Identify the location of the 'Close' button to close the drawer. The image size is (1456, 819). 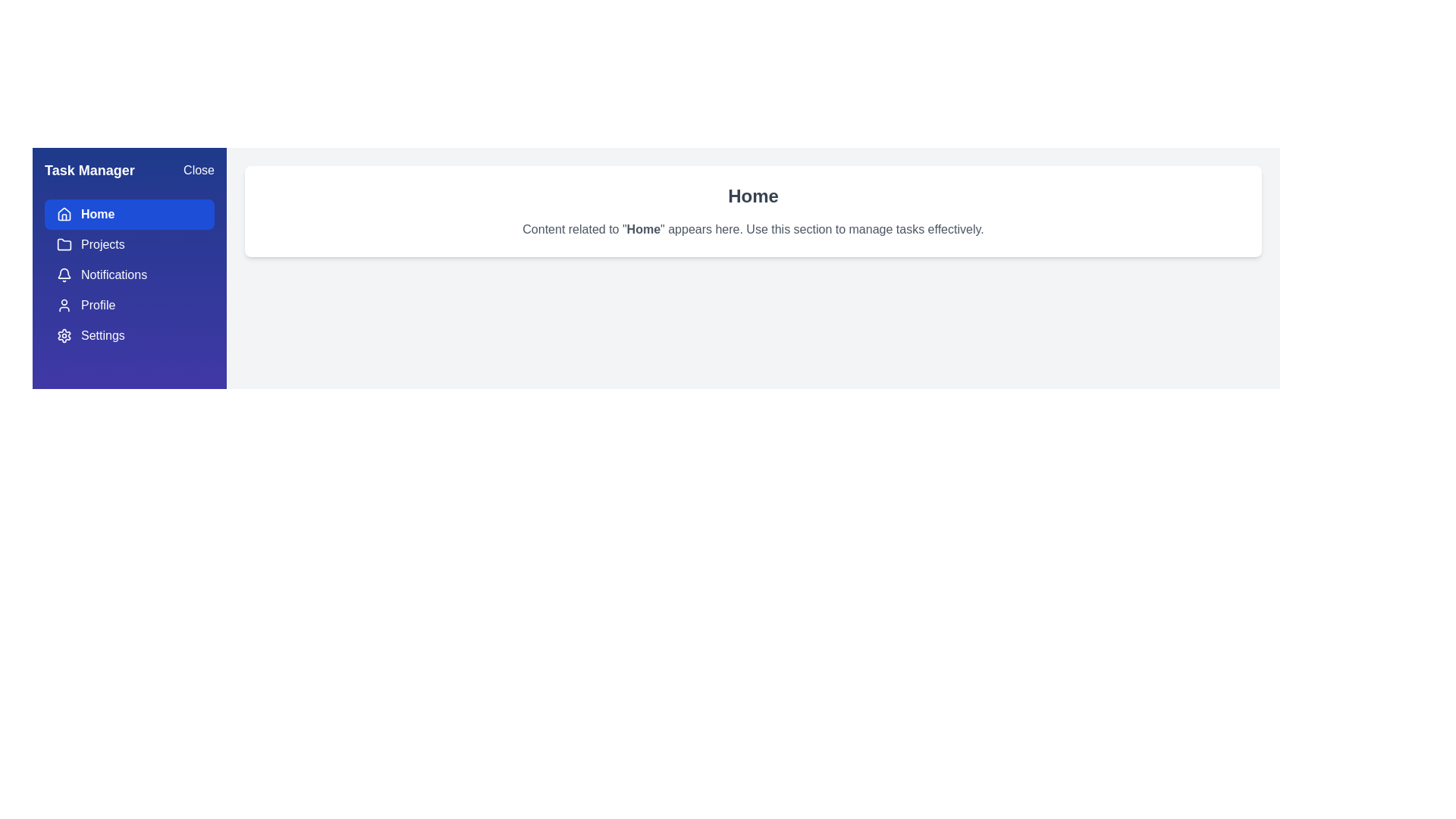
(198, 170).